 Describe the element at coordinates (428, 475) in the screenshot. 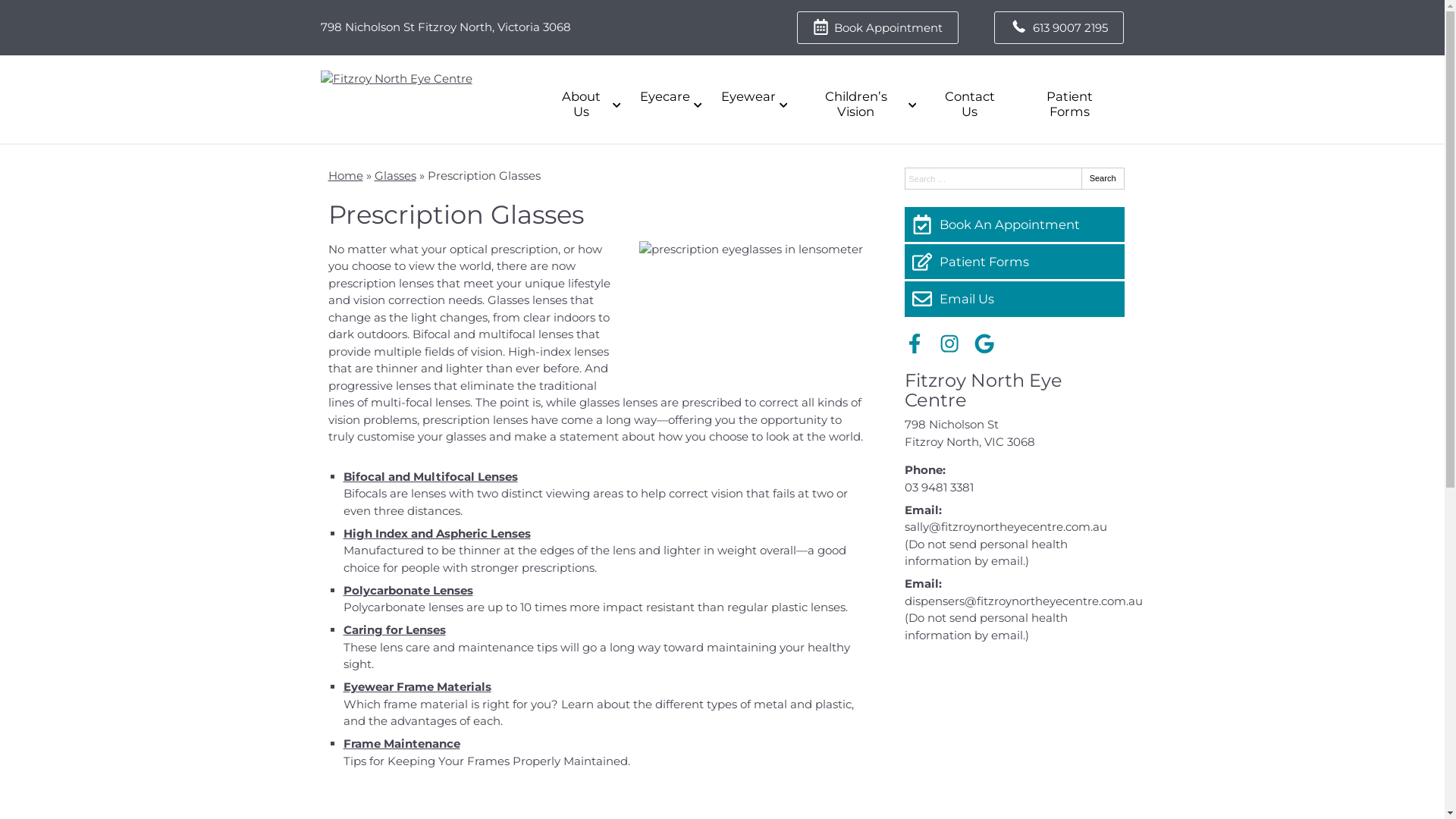

I see `'Bifocal and Multifocal Lenses'` at that location.